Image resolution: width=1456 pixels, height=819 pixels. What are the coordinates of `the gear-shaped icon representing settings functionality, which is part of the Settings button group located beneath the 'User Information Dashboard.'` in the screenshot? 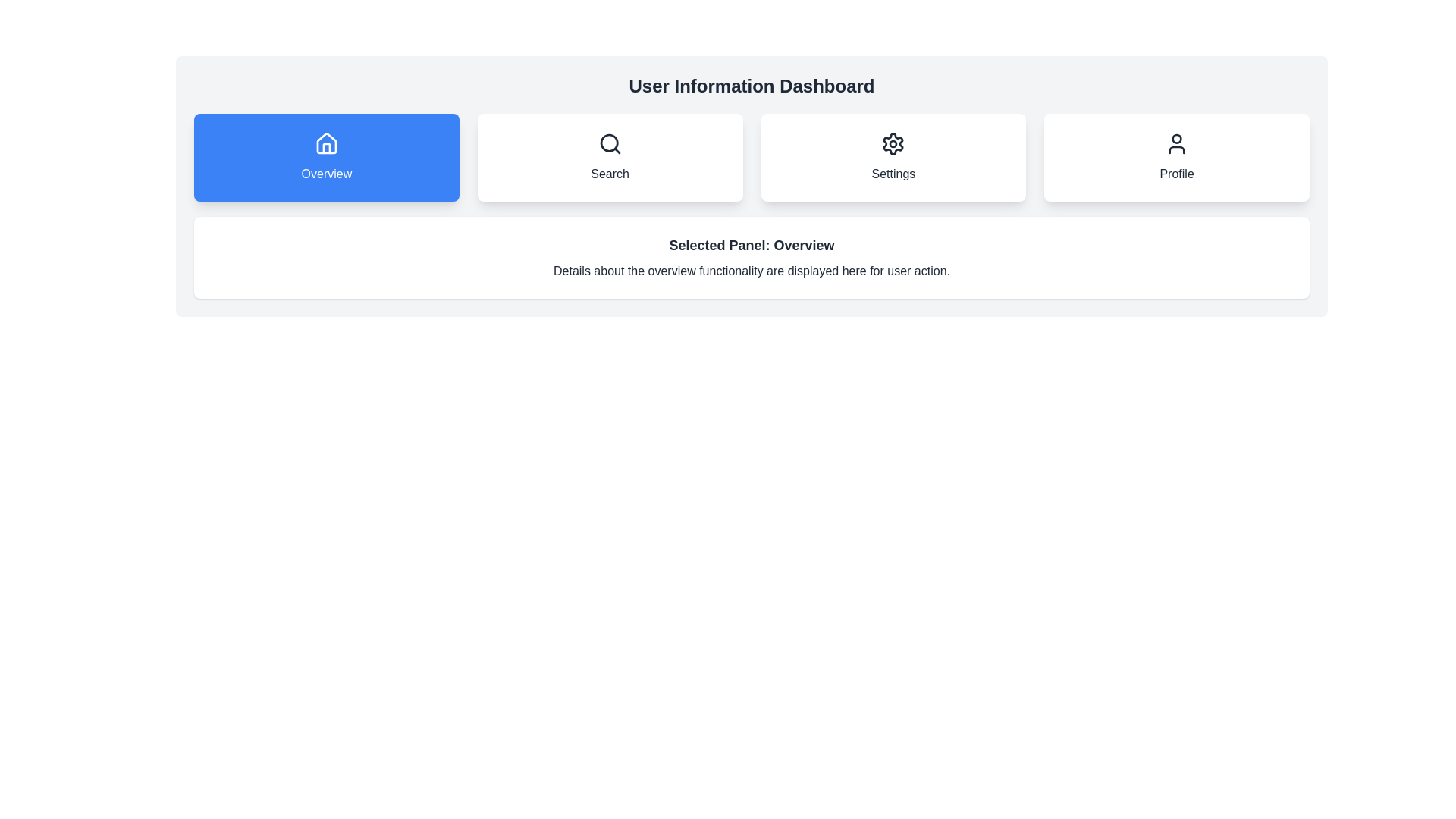 It's located at (893, 143).